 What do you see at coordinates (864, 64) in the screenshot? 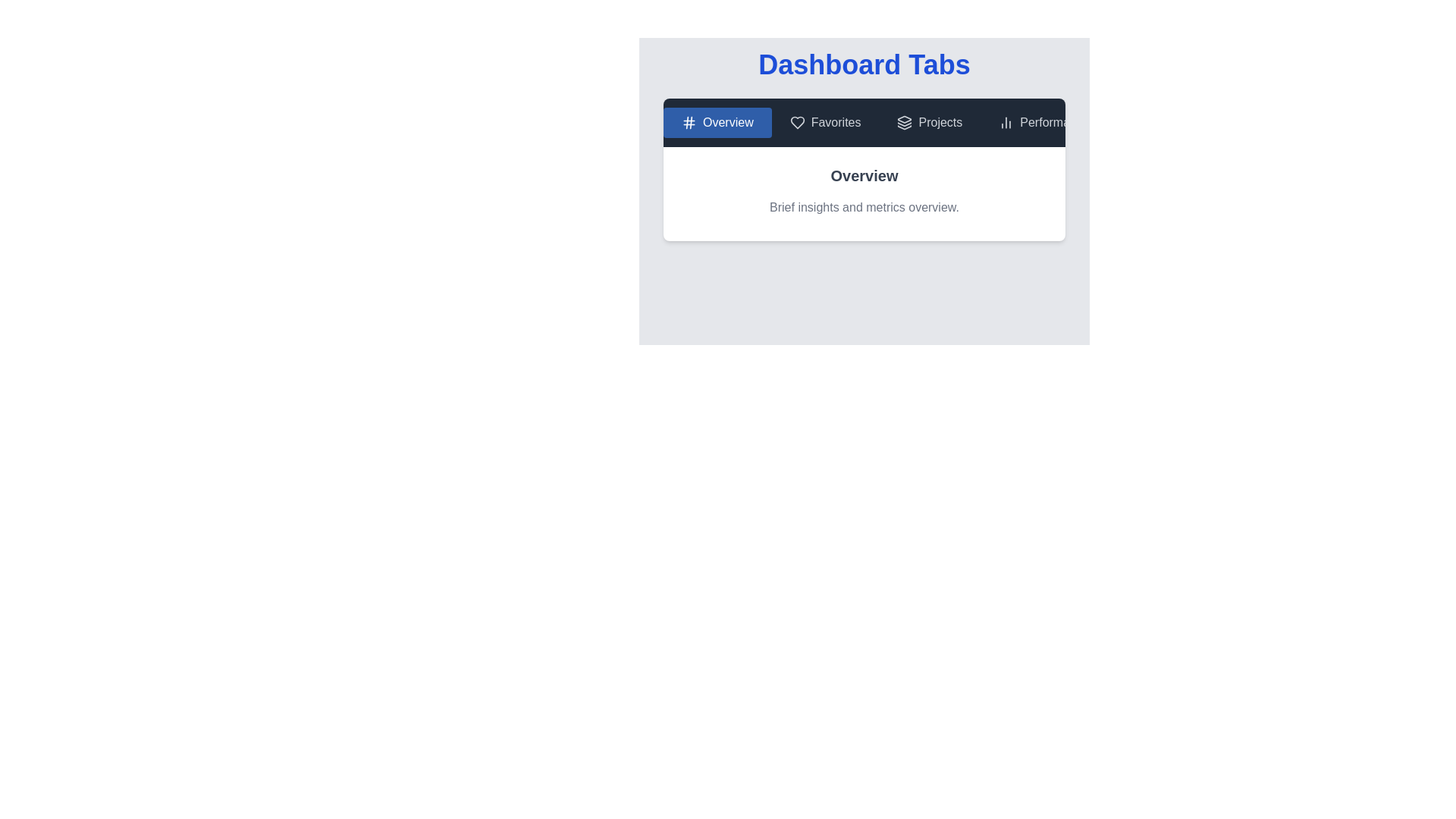
I see `the header text 'Dashboard Tabs' by selecting it` at bounding box center [864, 64].